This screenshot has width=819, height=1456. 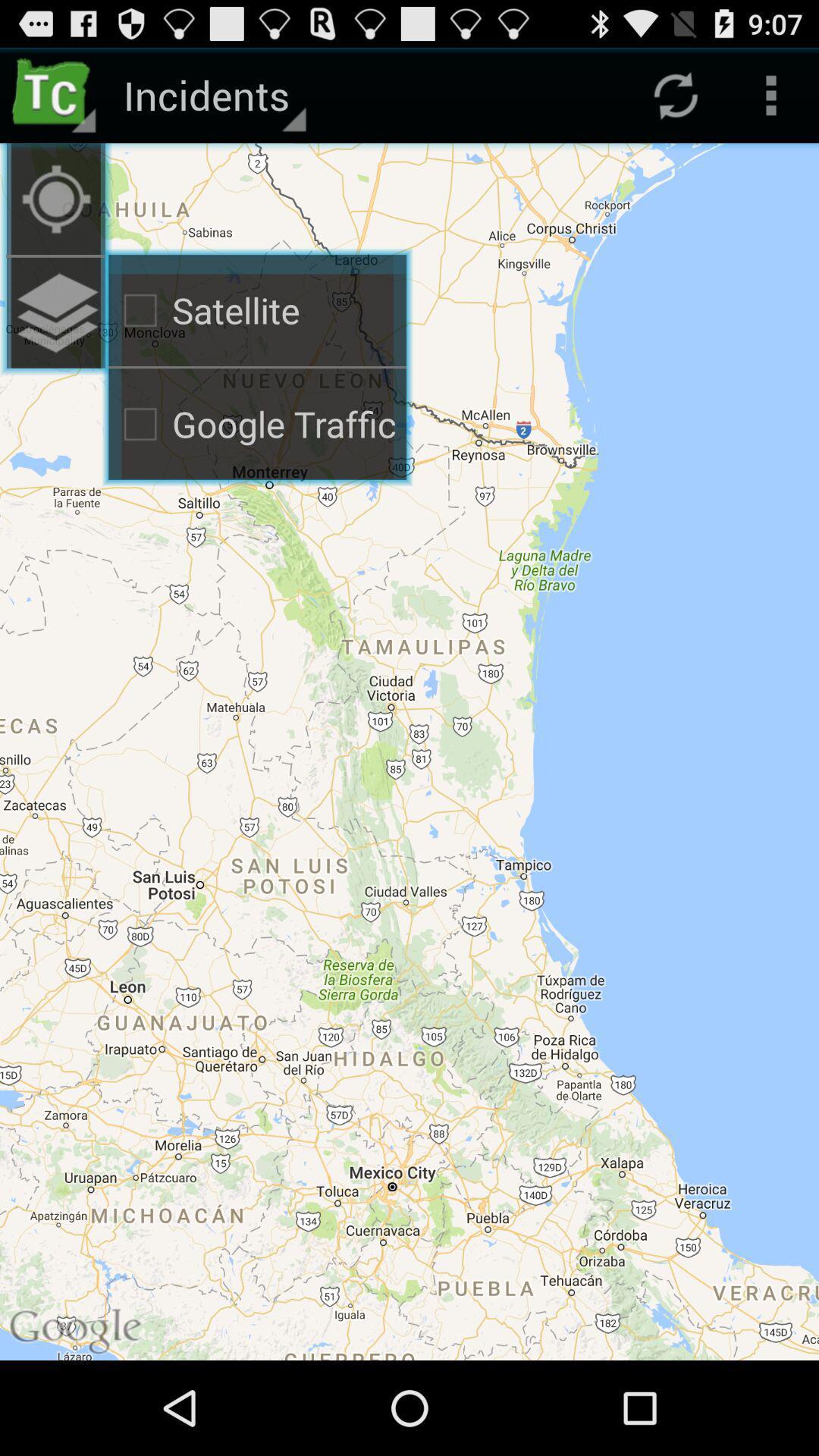 I want to click on the satellite item, so click(x=256, y=309).